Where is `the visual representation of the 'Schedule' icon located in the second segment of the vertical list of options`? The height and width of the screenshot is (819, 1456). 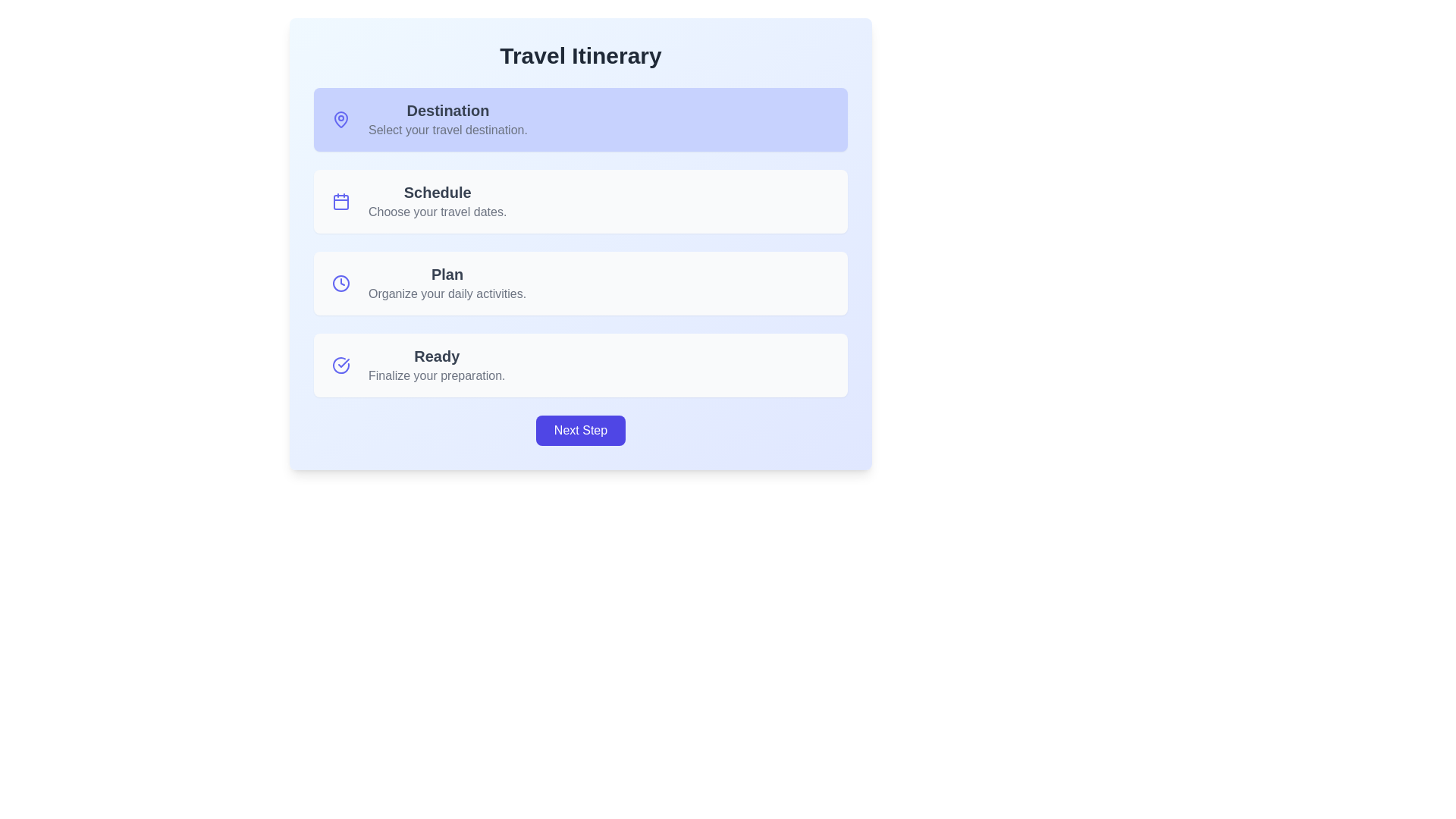 the visual representation of the 'Schedule' icon located in the second segment of the vertical list of options is located at coordinates (340, 201).